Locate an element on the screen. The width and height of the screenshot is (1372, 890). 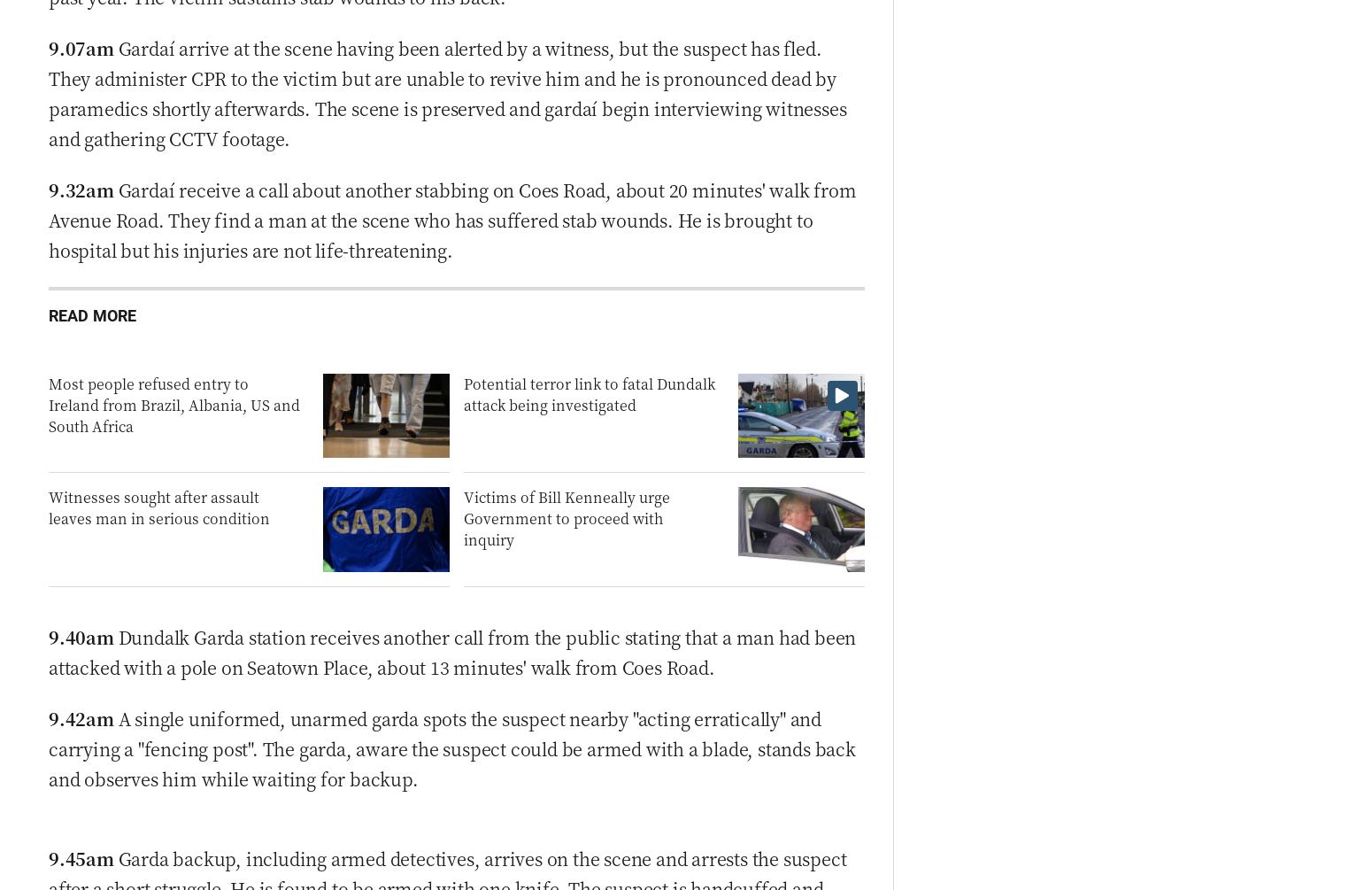
'Gardaí receive a call about another stabbing on Coes Road, about 20 minutes' walk from Avenue Road. They find a man at the scene who has suffered stab wounds. He is brought to hospital but his injuries are not life-threatening.' is located at coordinates (48, 219).